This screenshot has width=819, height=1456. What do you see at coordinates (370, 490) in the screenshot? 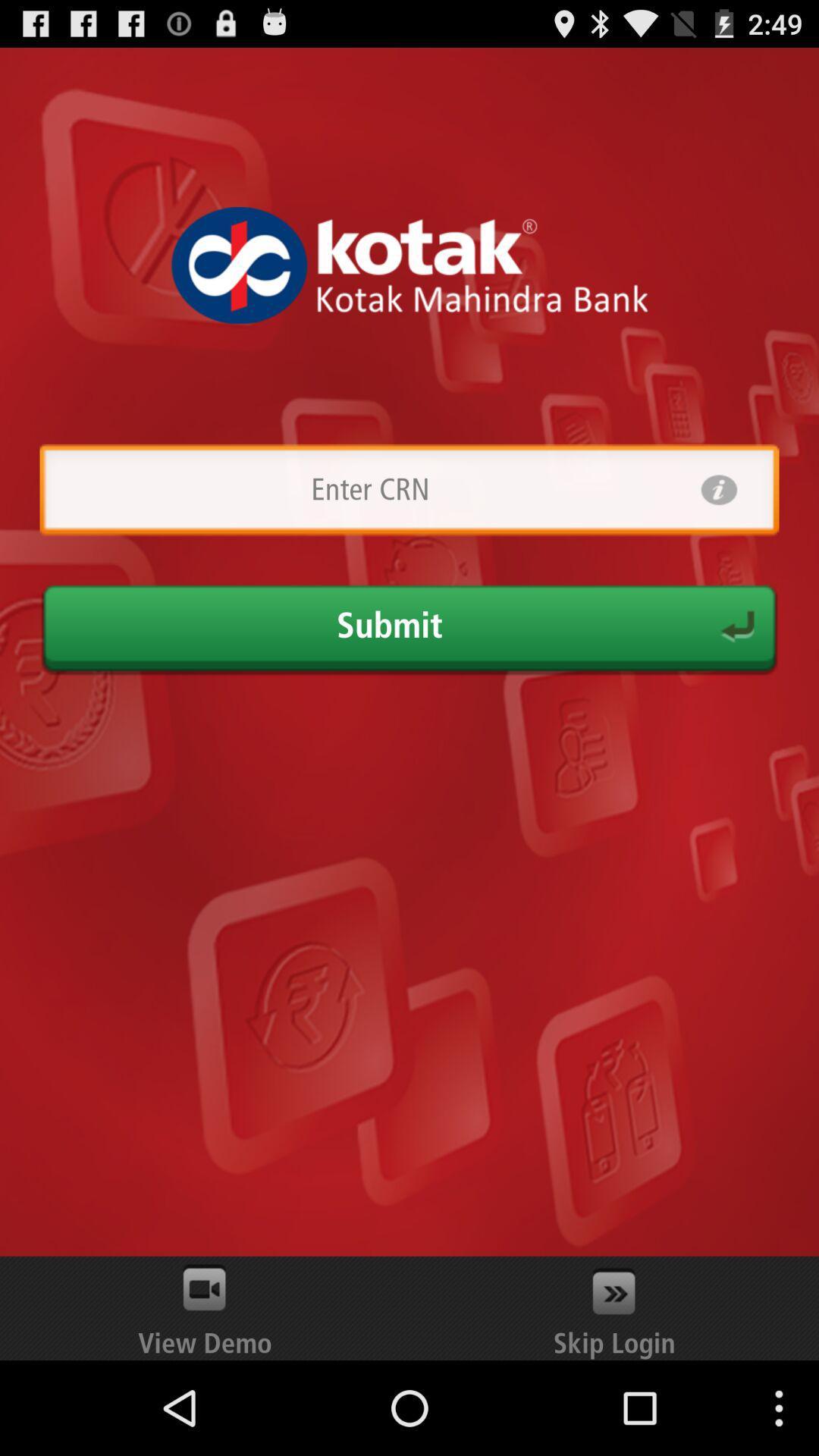
I see `country` at bounding box center [370, 490].